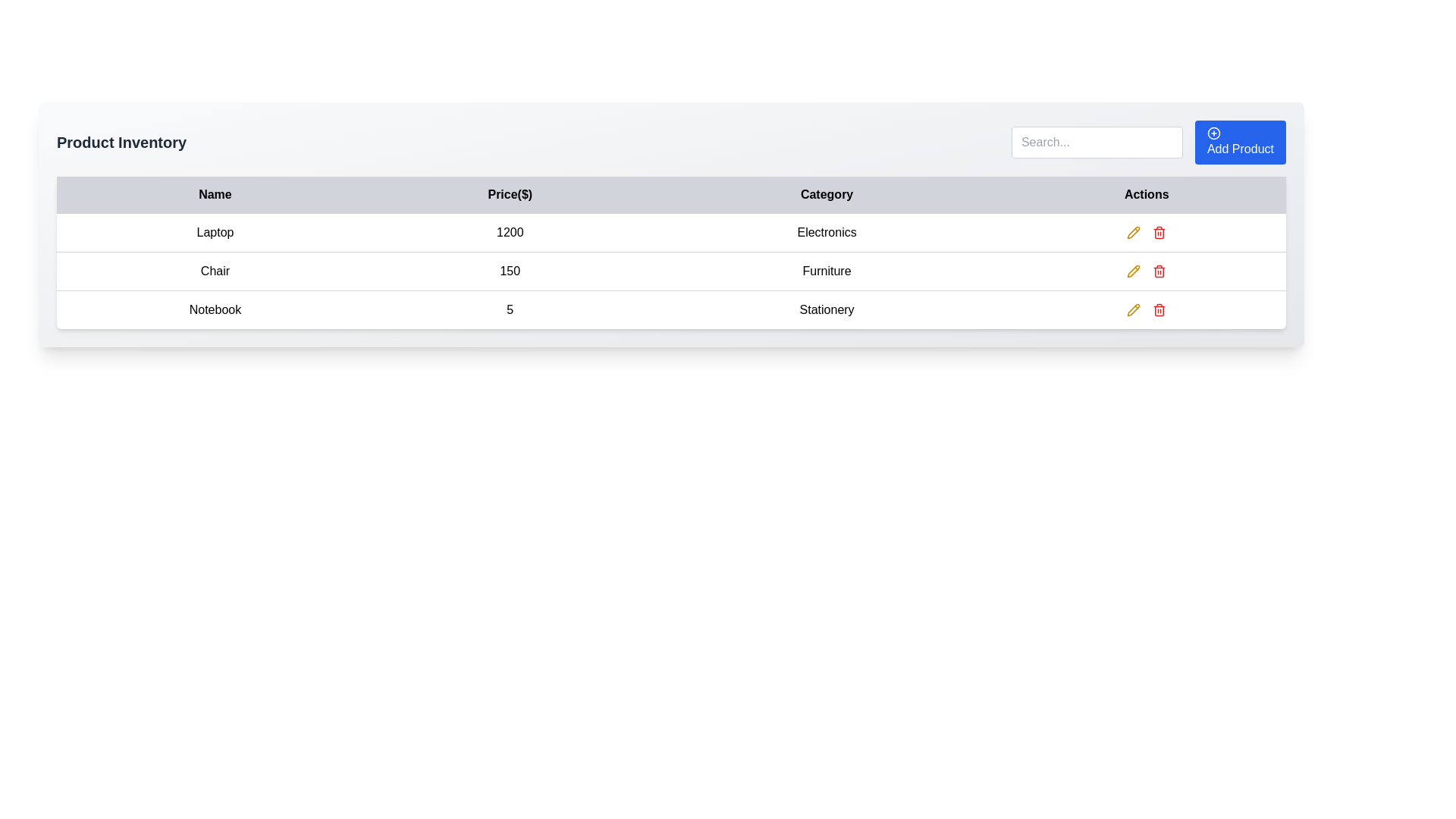  What do you see at coordinates (1134, 233) in the screenshot?
I see `the pencil icon button located in the third row of the table under the 'Actions' column` at bounding box center [1134, 233].